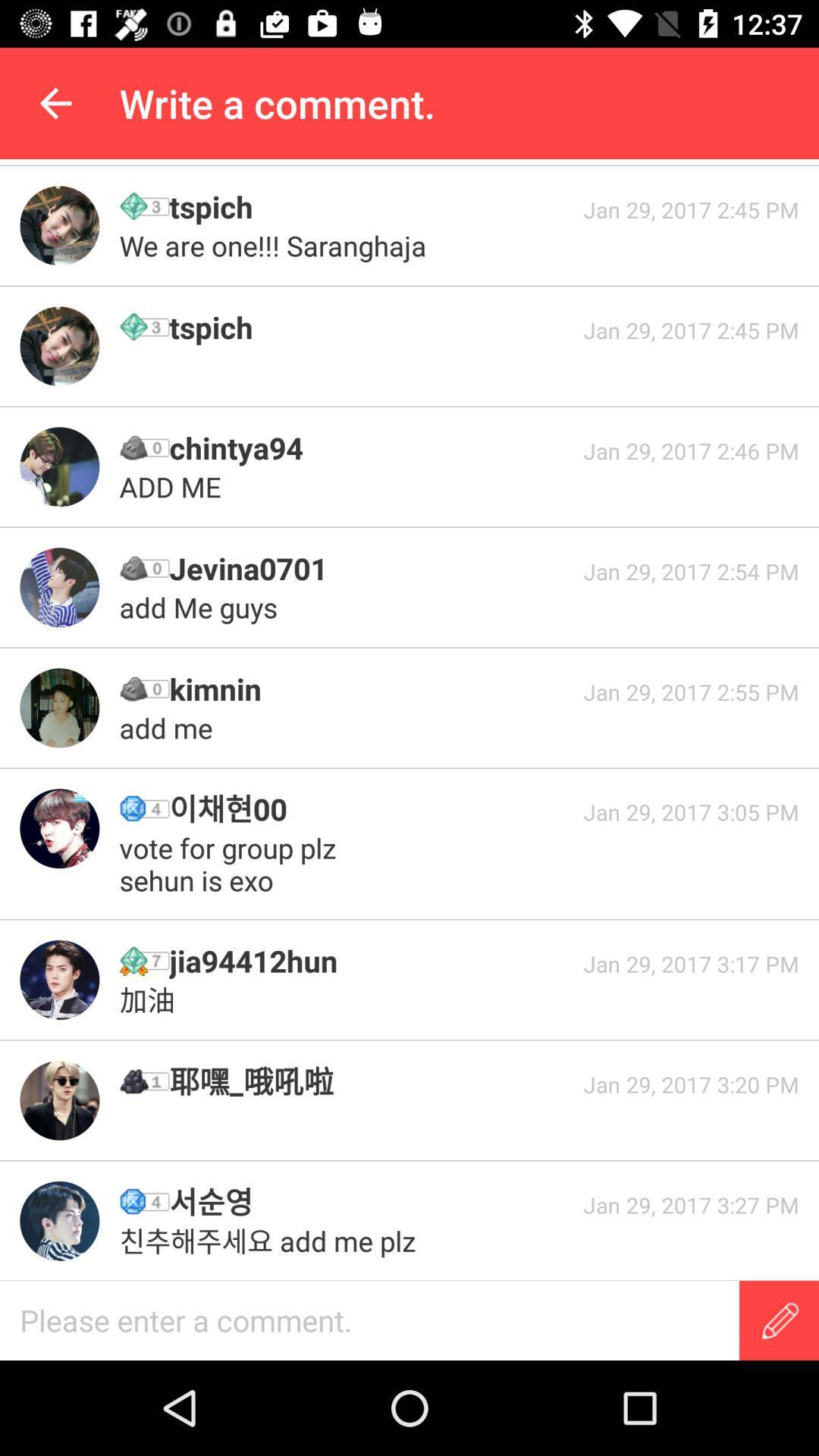 This screenshot has height=1456, width=819. Describe the element at coordinates (55, 102) in the screenshot. I see `the app to the left of the write a comment. app` at that location.